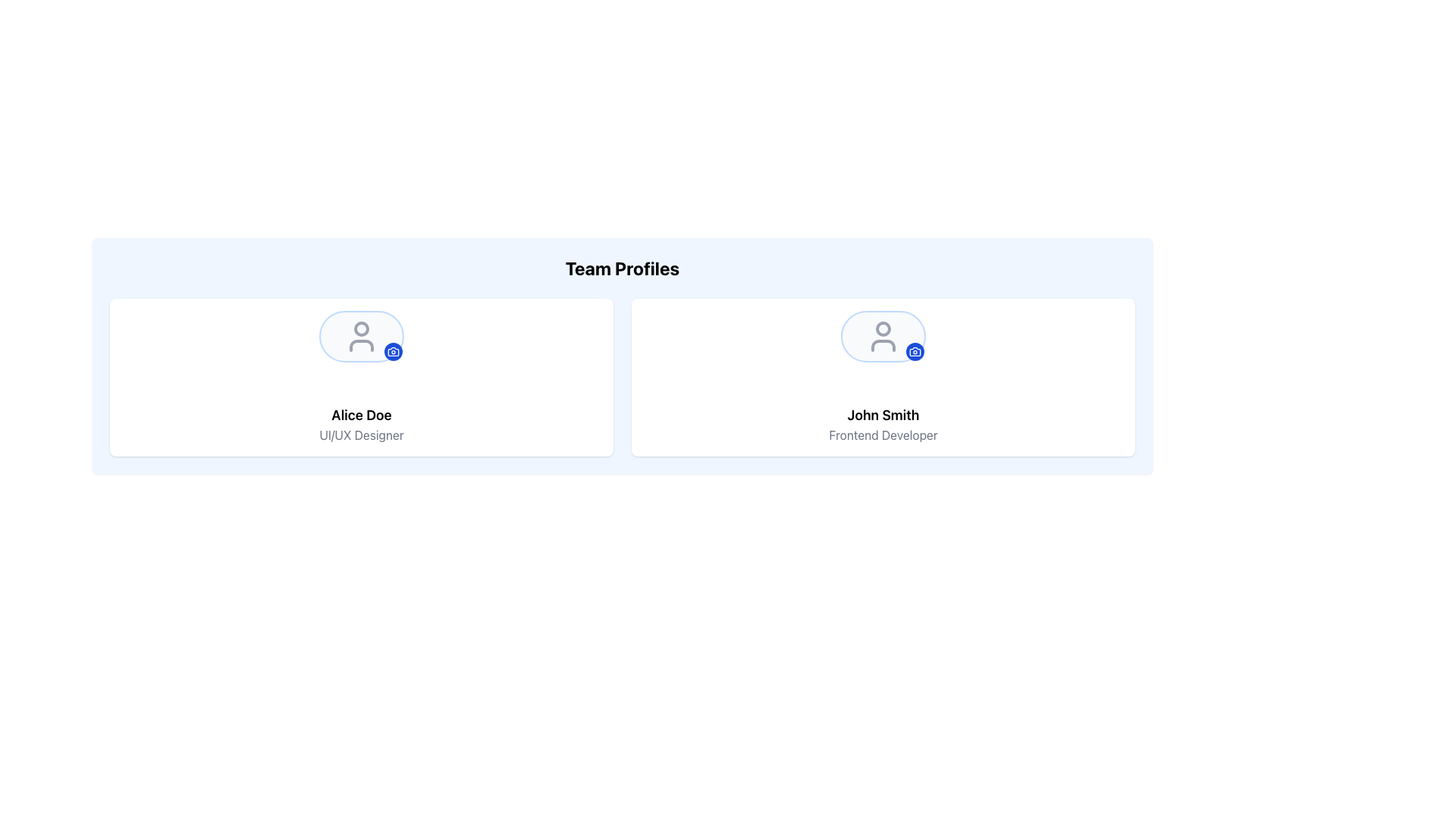  Describe the element at coordinates (360, 335) in the screenshot. I see `the user profile avatar placeholder located` at that location.